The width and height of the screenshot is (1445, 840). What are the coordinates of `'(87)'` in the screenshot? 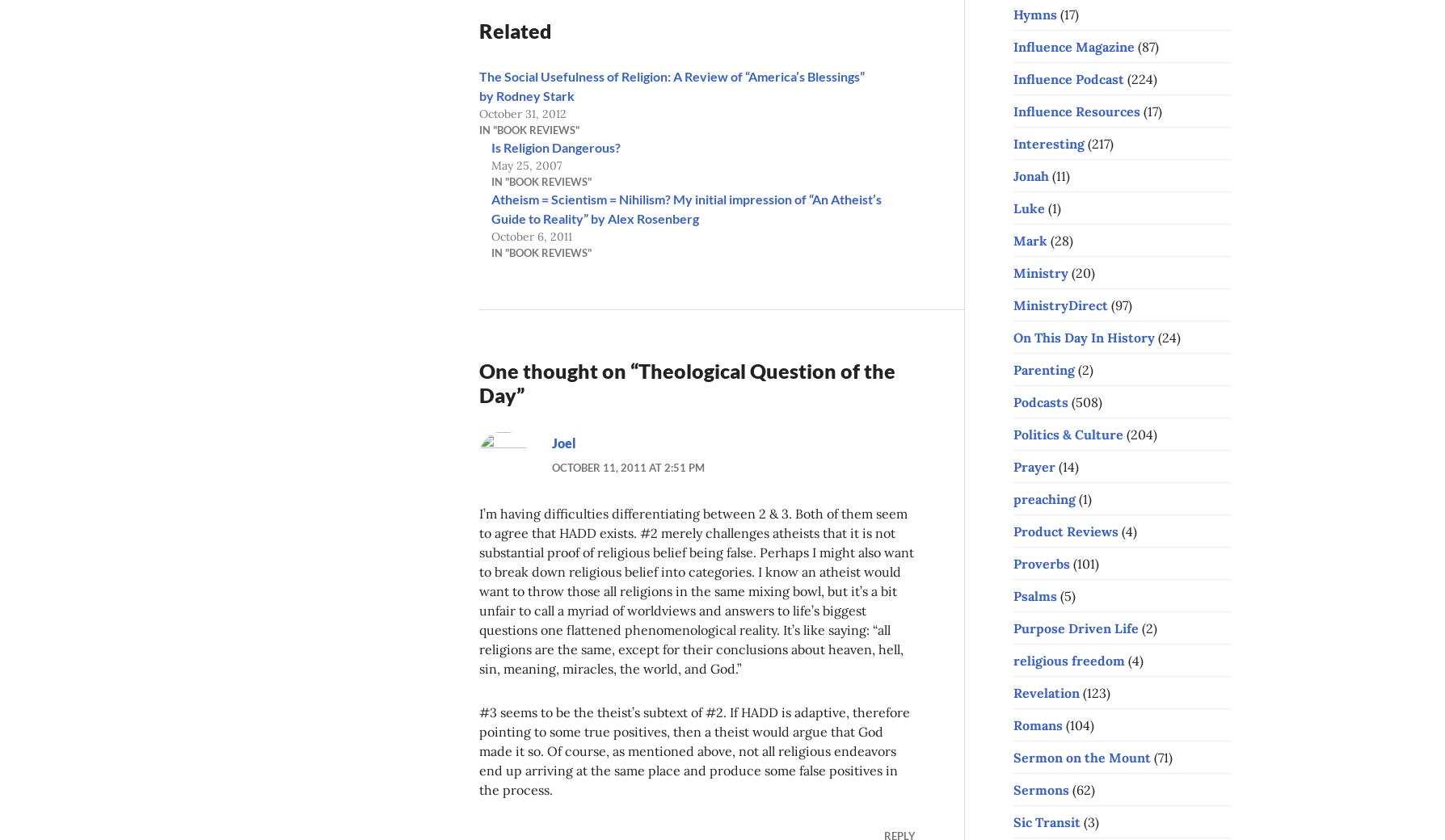 It's located at (1146, 44).